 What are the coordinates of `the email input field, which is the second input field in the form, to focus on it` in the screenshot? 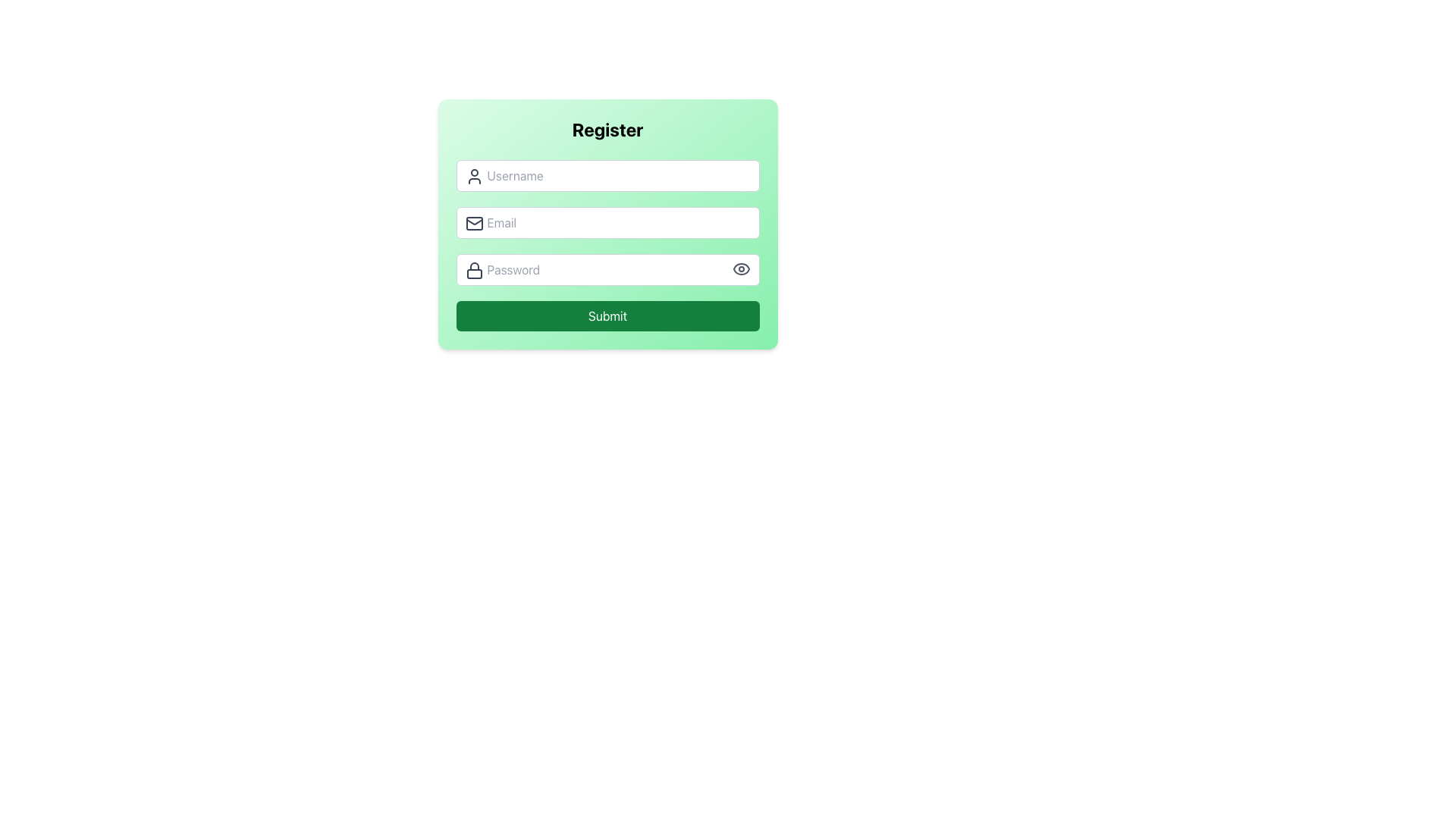 It's located at (607, 222).